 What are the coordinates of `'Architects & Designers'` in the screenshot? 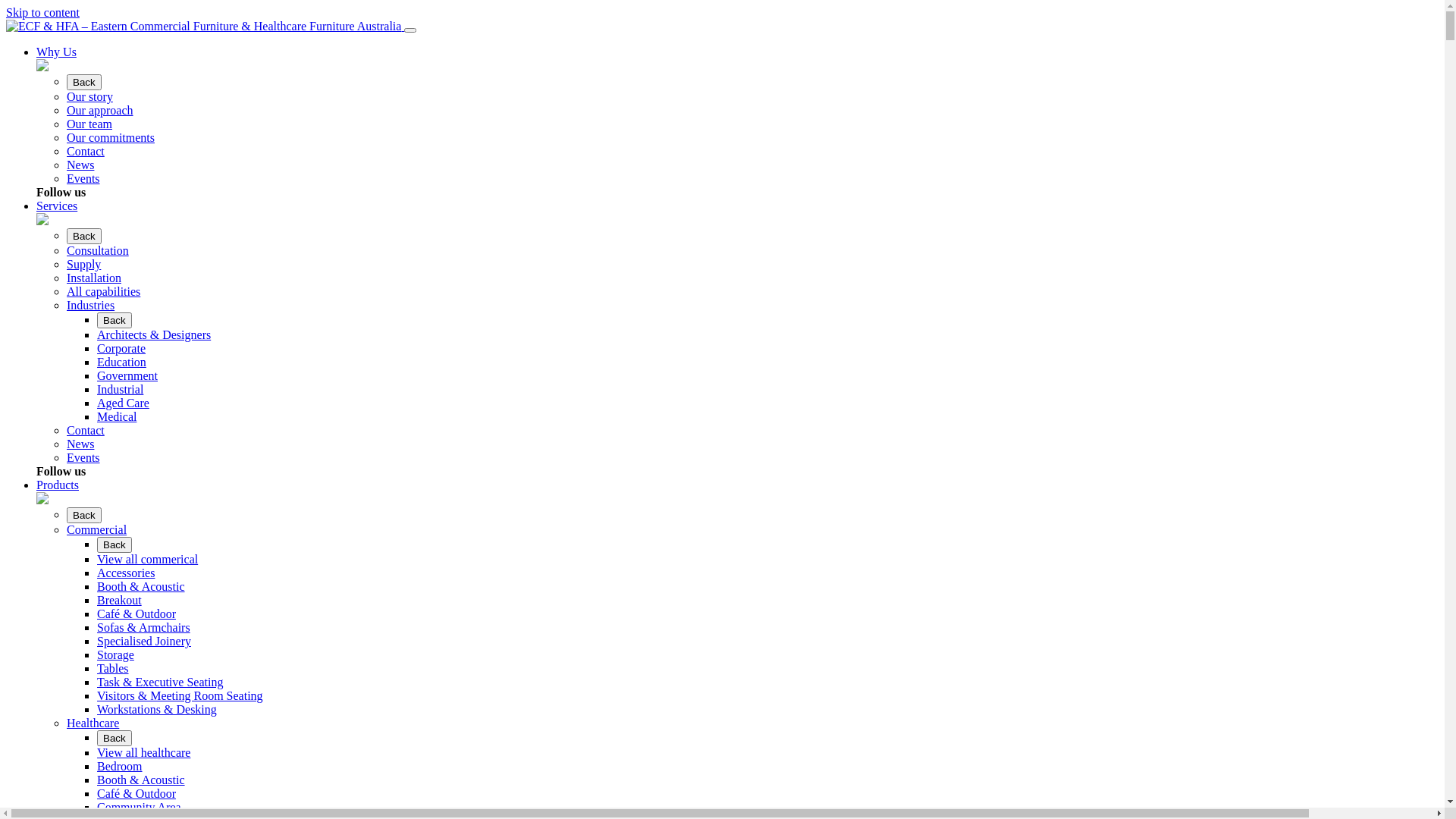 It's located at (153, 334).